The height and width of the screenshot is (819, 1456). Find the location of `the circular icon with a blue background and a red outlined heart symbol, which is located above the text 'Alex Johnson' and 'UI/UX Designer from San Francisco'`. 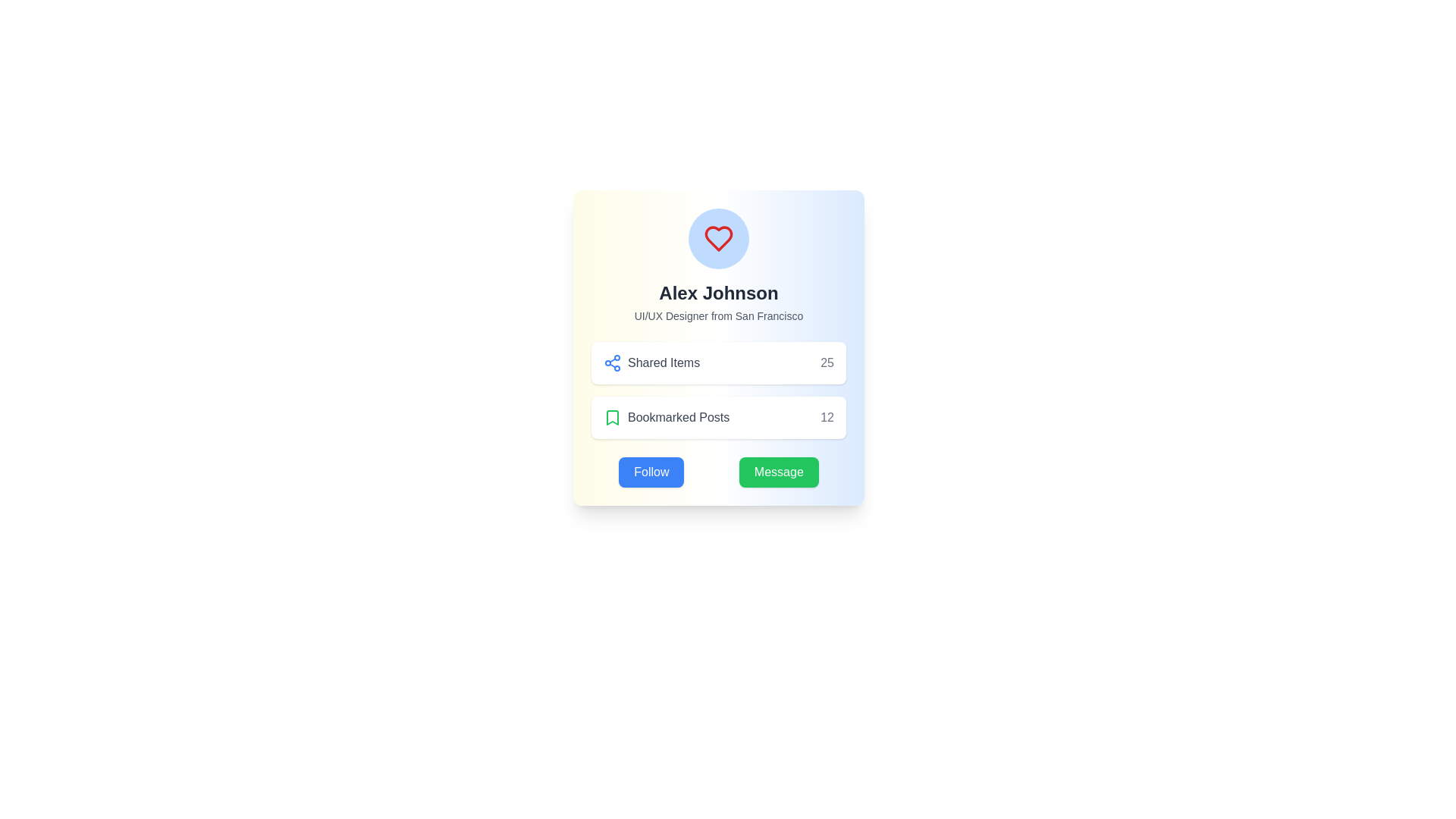

the circular icon with a blue background and a red outlined heart symbol, which is located above the text 'Alex Johnson' and 'UI/UX Designer from San Francisco' is located at coordinates (718, 239).